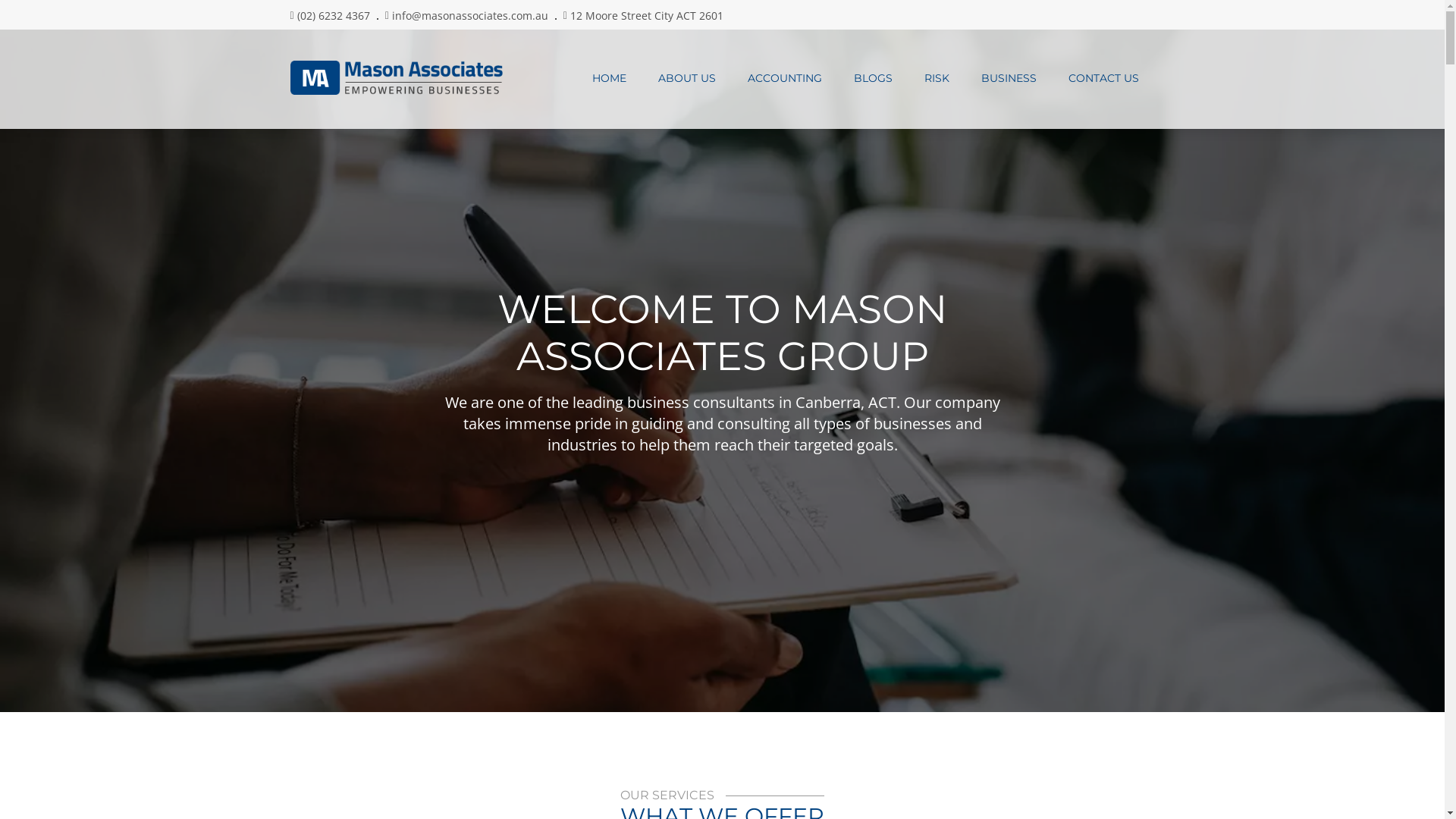  What do you see at coordinates (641, 78) in the screenshot?
I see `'ABOUT US'` at bounding box center [641, 78].